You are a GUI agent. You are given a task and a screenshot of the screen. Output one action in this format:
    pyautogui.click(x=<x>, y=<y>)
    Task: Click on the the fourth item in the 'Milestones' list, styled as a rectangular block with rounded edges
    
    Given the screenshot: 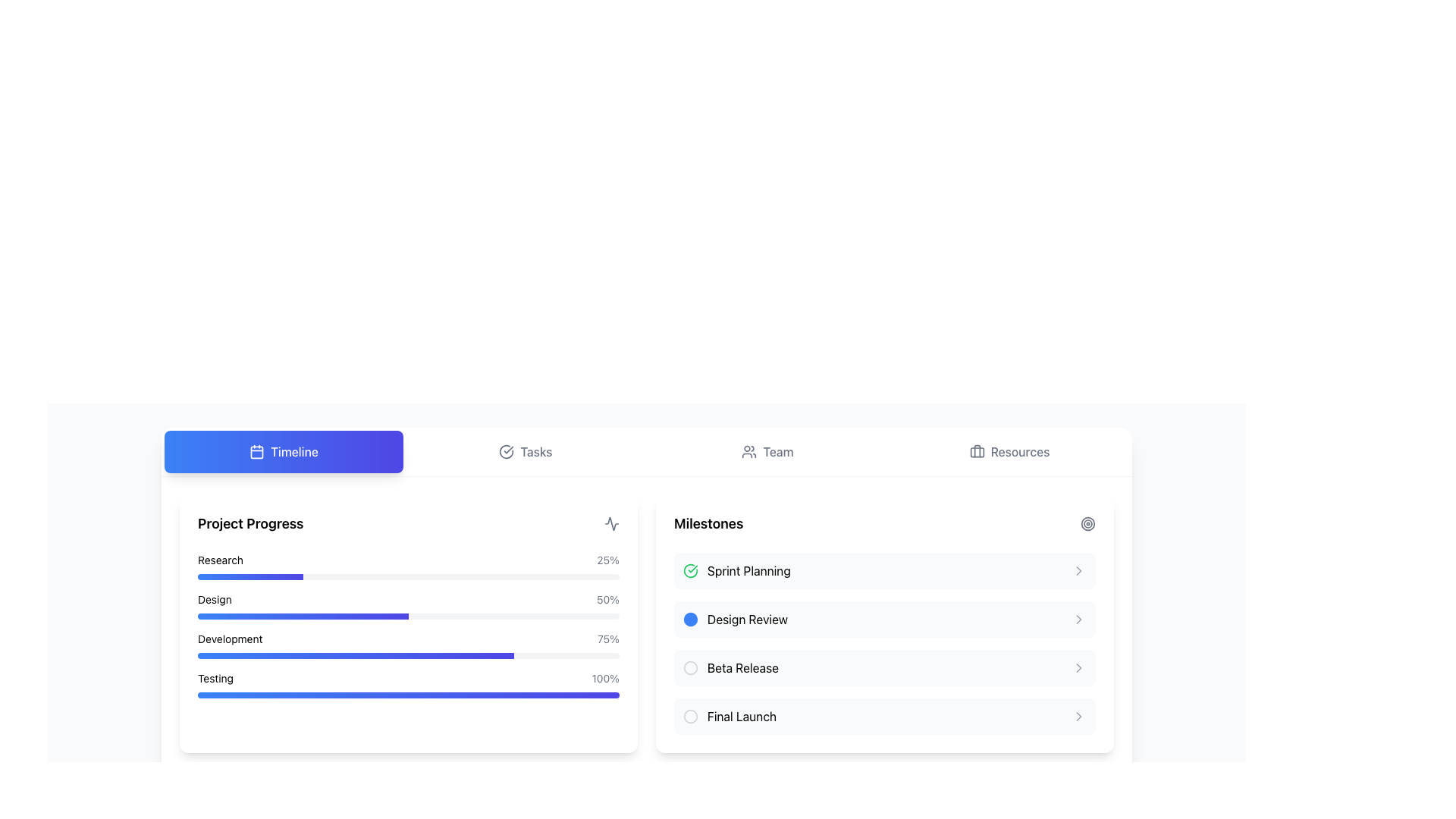 What is the action you would take?
    pyautogui.click(x=884, y=717)
    